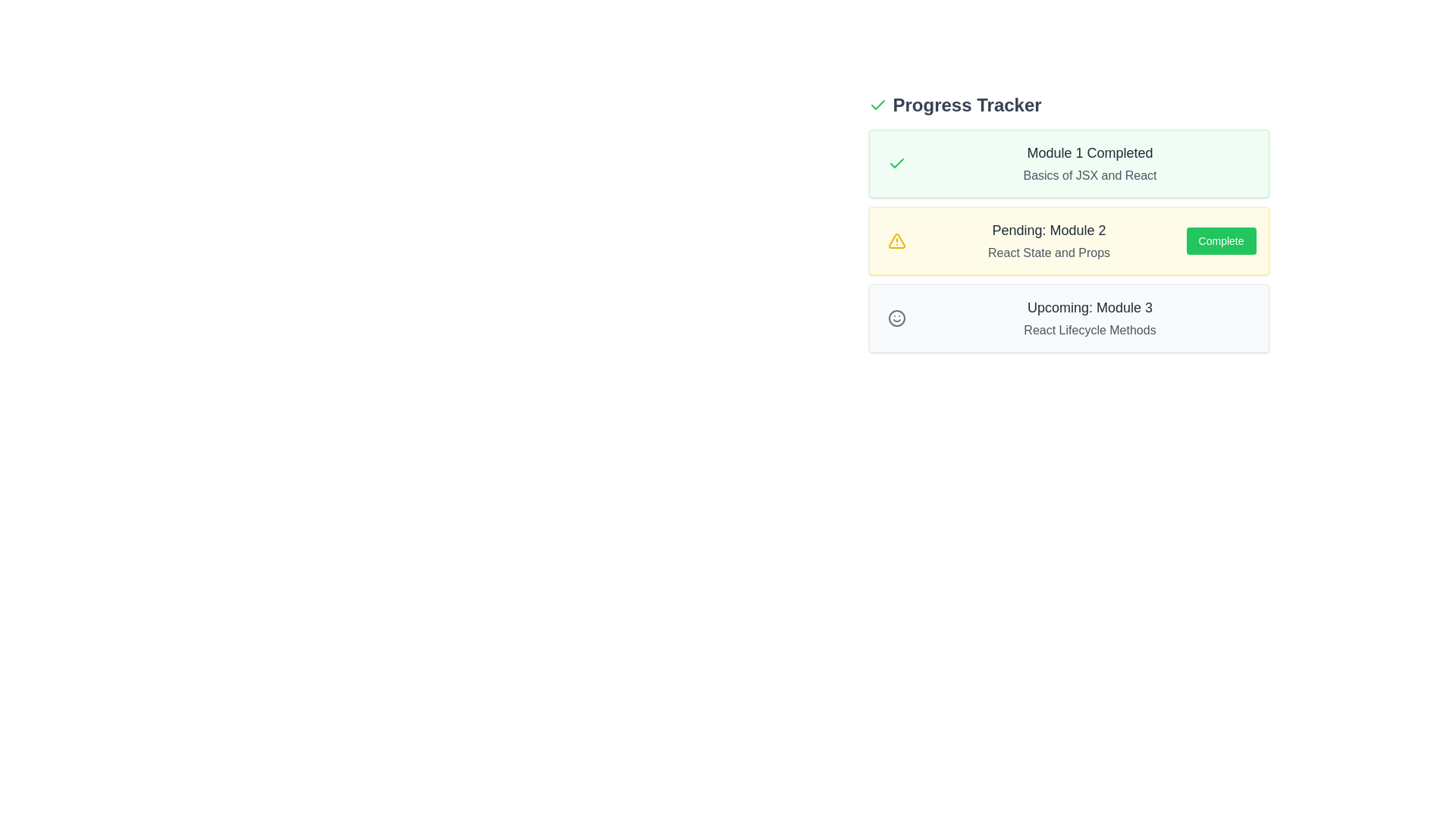 The height and width of the screenshot is (819, 1456). I want to click on the text block displaying 'Module 1 Completed' and 'Basics of JSX and React' in the Progress Tracker interface, located directly under the checkmark icon, so click(1089, 164).